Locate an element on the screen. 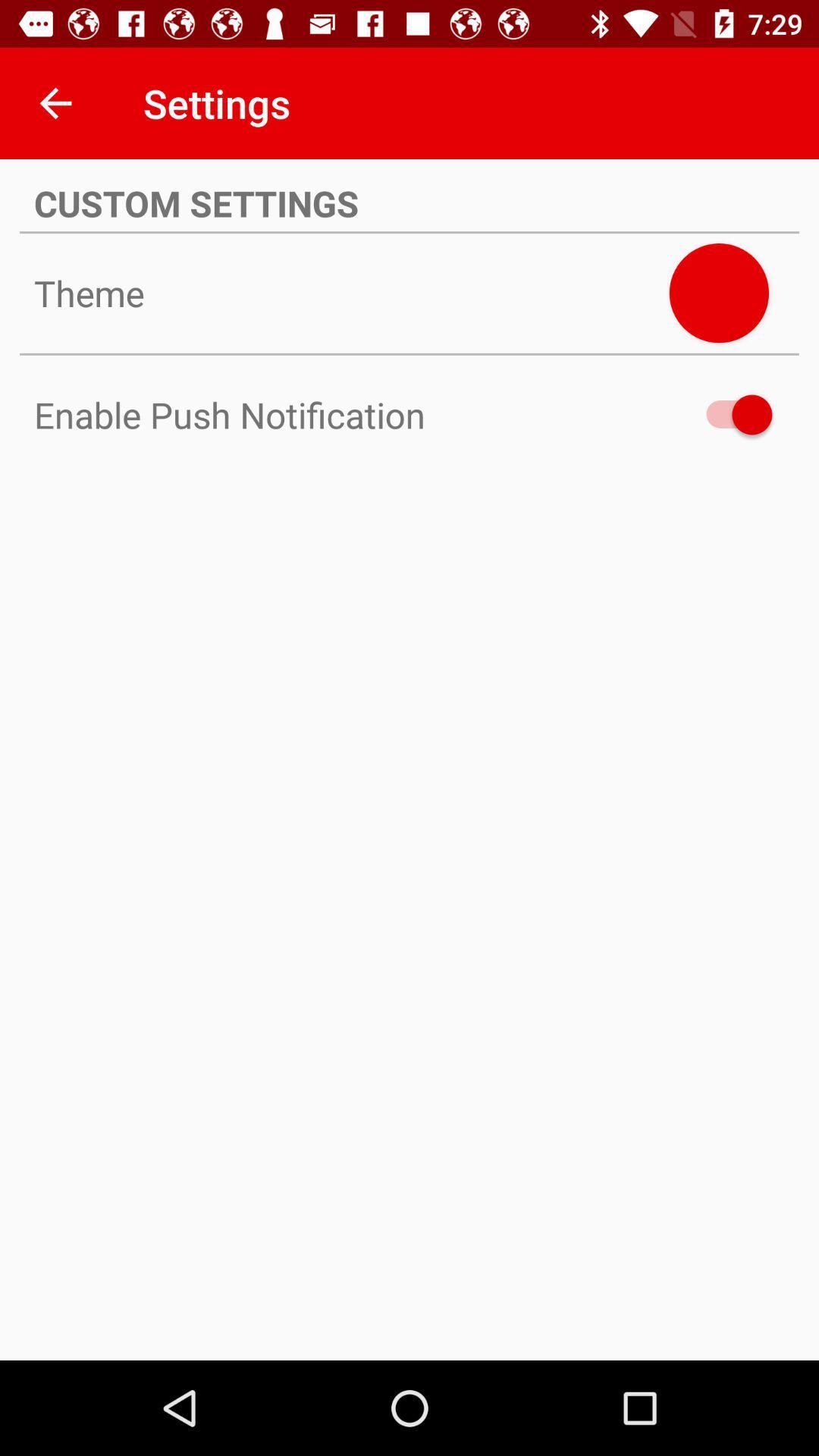 This screenshot has width=819, height=1456. icon to the right of the theme is located at coordinates (718, 293).